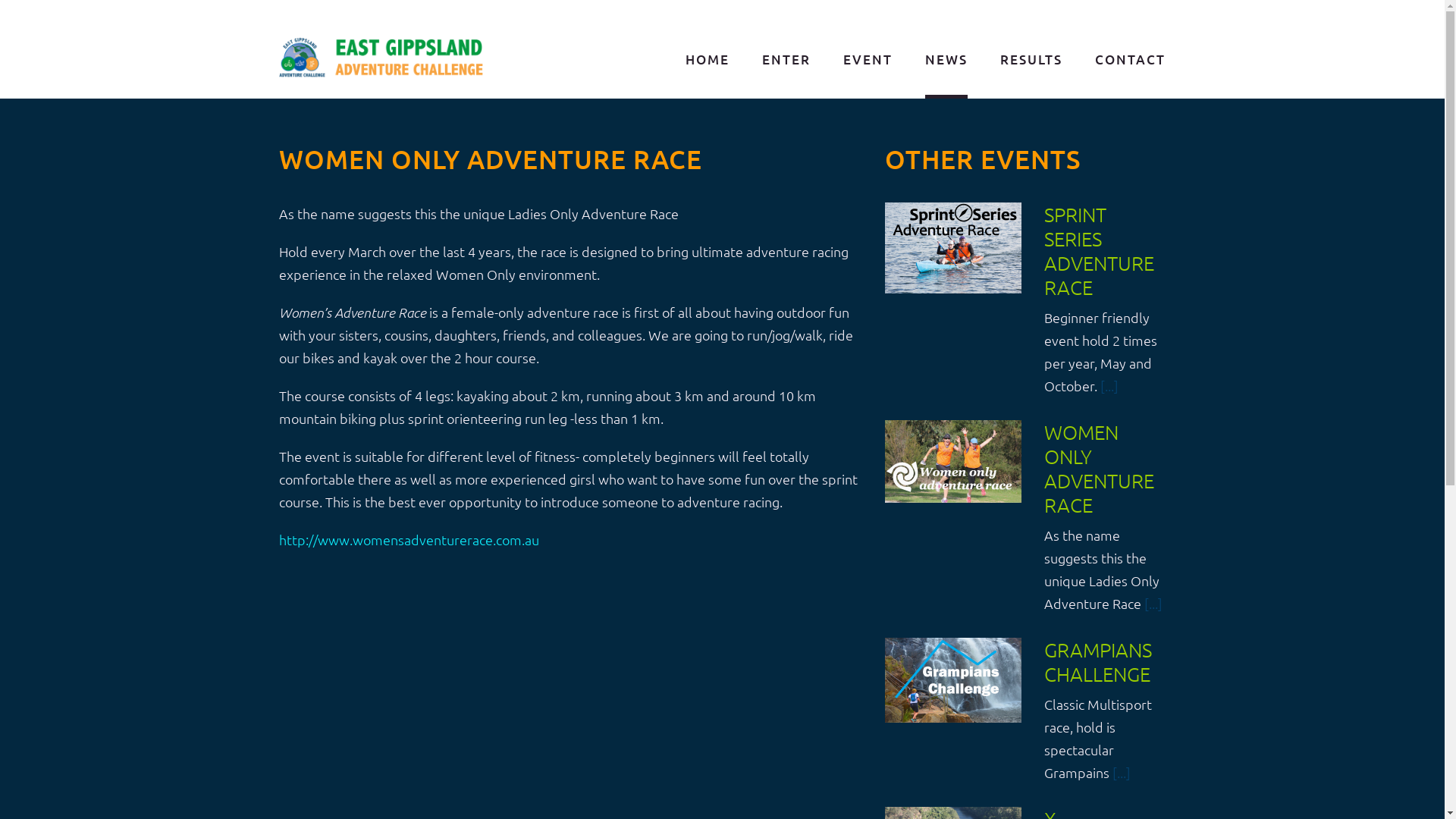 This screenshot has width=1456, height=819. What do you see at coordinates (786, 60) in the screenshot?
I see `'ENTER'` at bounding box center [786, 60].